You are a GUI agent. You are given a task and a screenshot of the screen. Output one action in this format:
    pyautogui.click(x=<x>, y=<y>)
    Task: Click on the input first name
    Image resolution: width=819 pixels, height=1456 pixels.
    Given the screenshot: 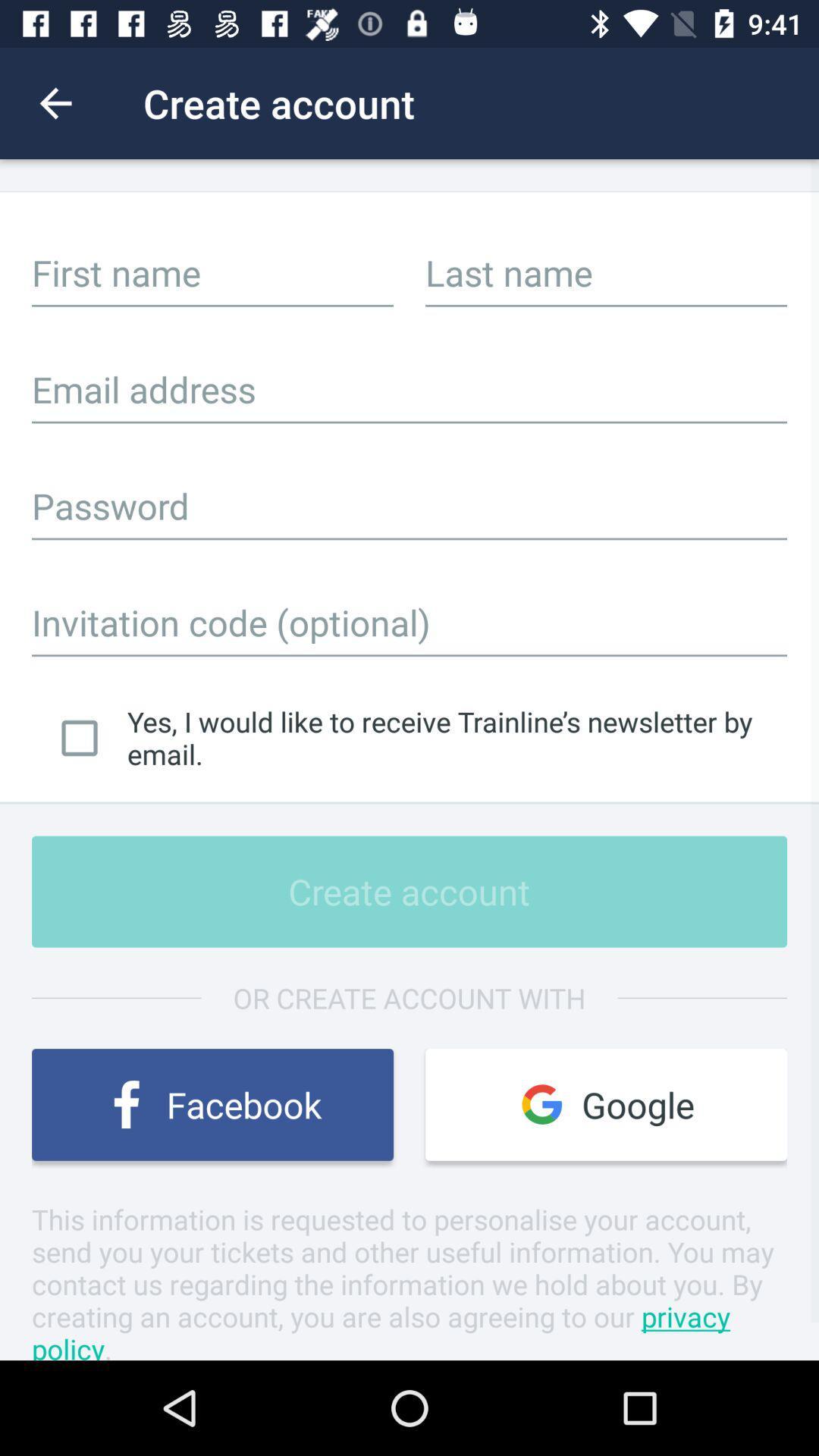 What is the action you would take?
    pyautogui.click(x=212, y=272)
    